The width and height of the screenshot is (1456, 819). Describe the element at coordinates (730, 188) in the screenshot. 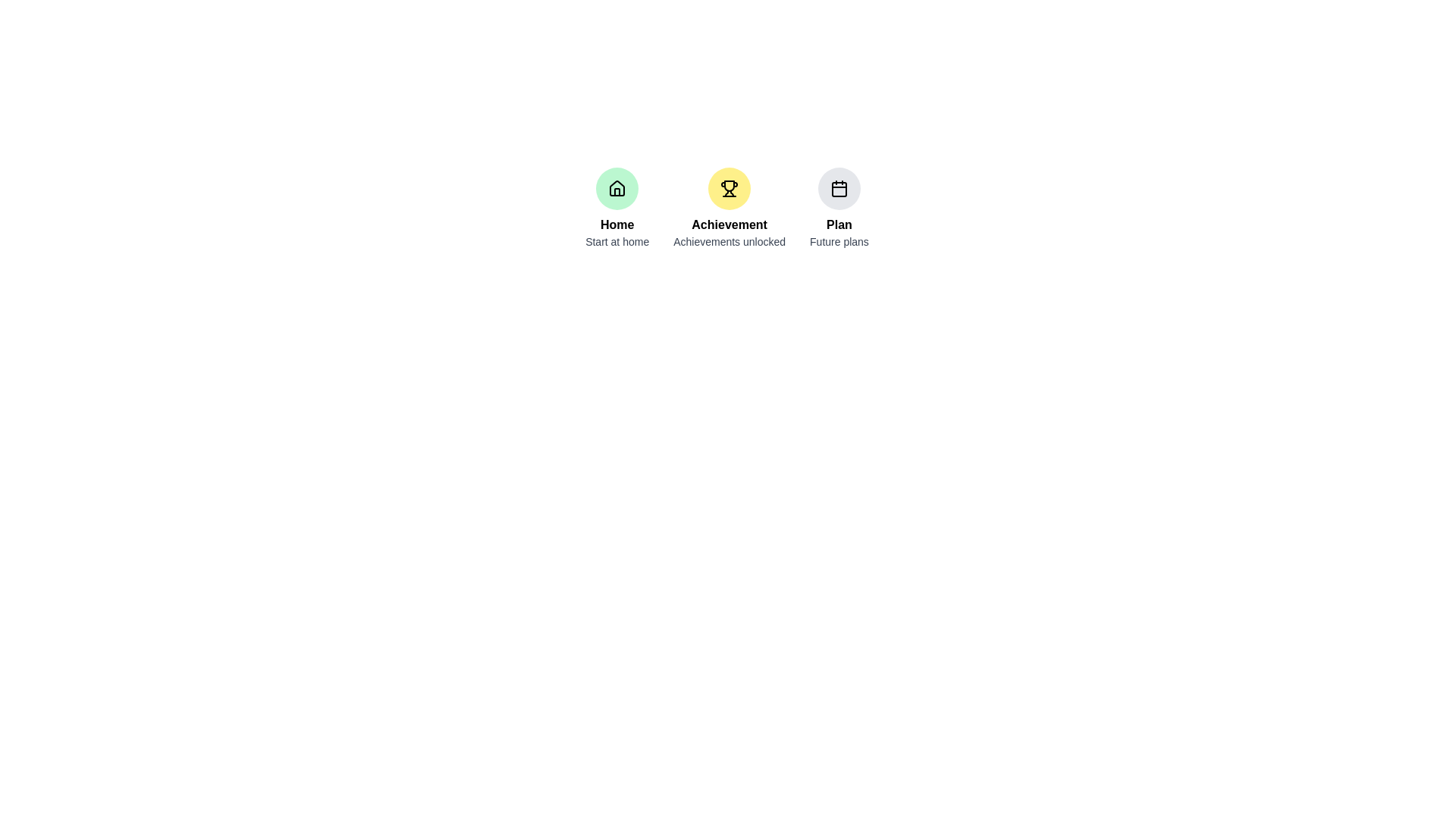

I see `the topmost circular icon within the 'Achievement' section, which indicates an unlocked or active status` at that location.